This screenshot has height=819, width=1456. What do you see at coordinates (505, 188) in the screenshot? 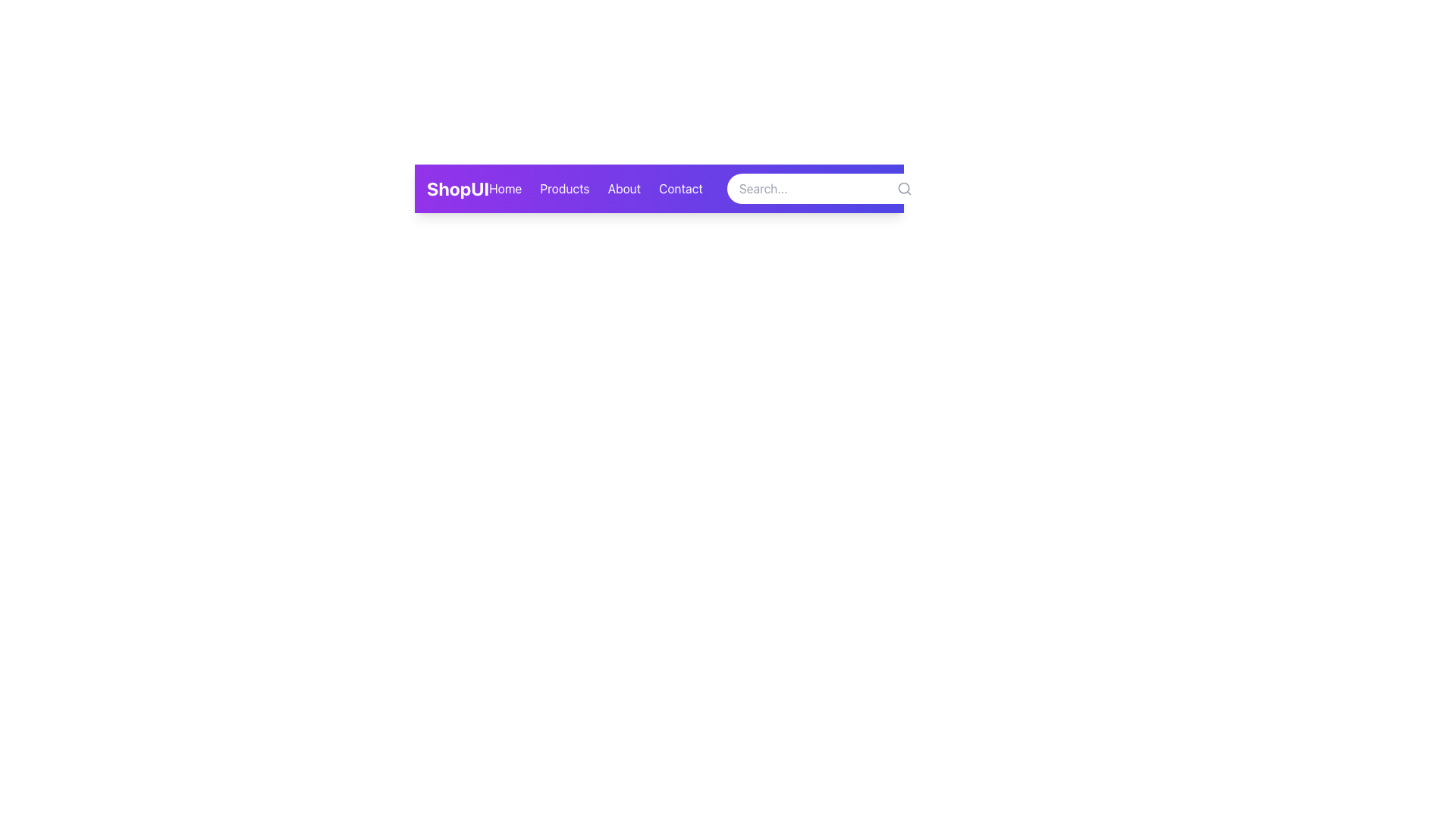
I see `the Navigation link that redirects to the home page of the application to change its color` at bounding box center [505, 188].